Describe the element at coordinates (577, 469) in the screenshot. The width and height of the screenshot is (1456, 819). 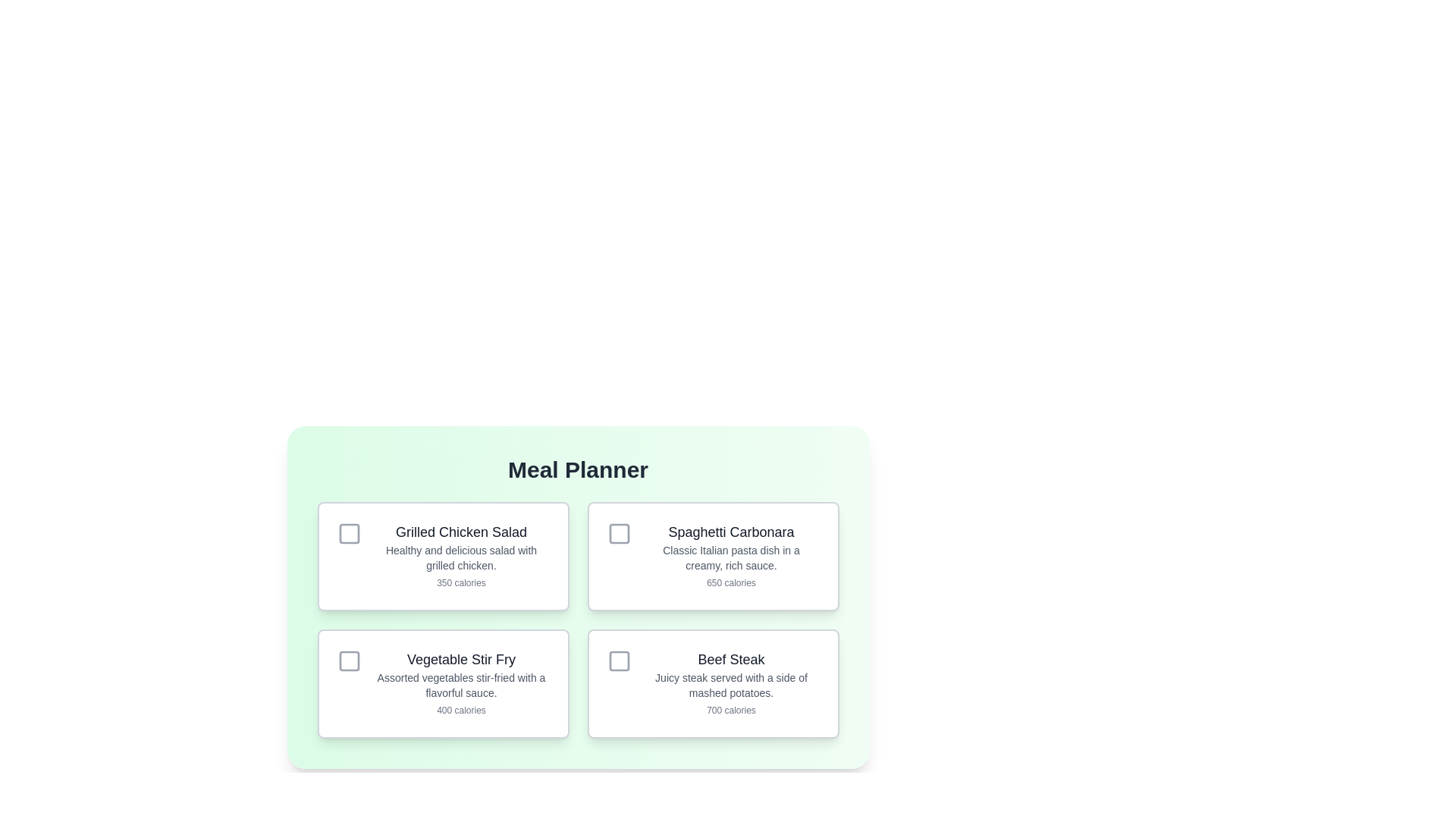
I see `prominent header text labeled 'Meal Planner' which is displayed in large, bold, dark-gray font at the top center of the meal options section` at that location.